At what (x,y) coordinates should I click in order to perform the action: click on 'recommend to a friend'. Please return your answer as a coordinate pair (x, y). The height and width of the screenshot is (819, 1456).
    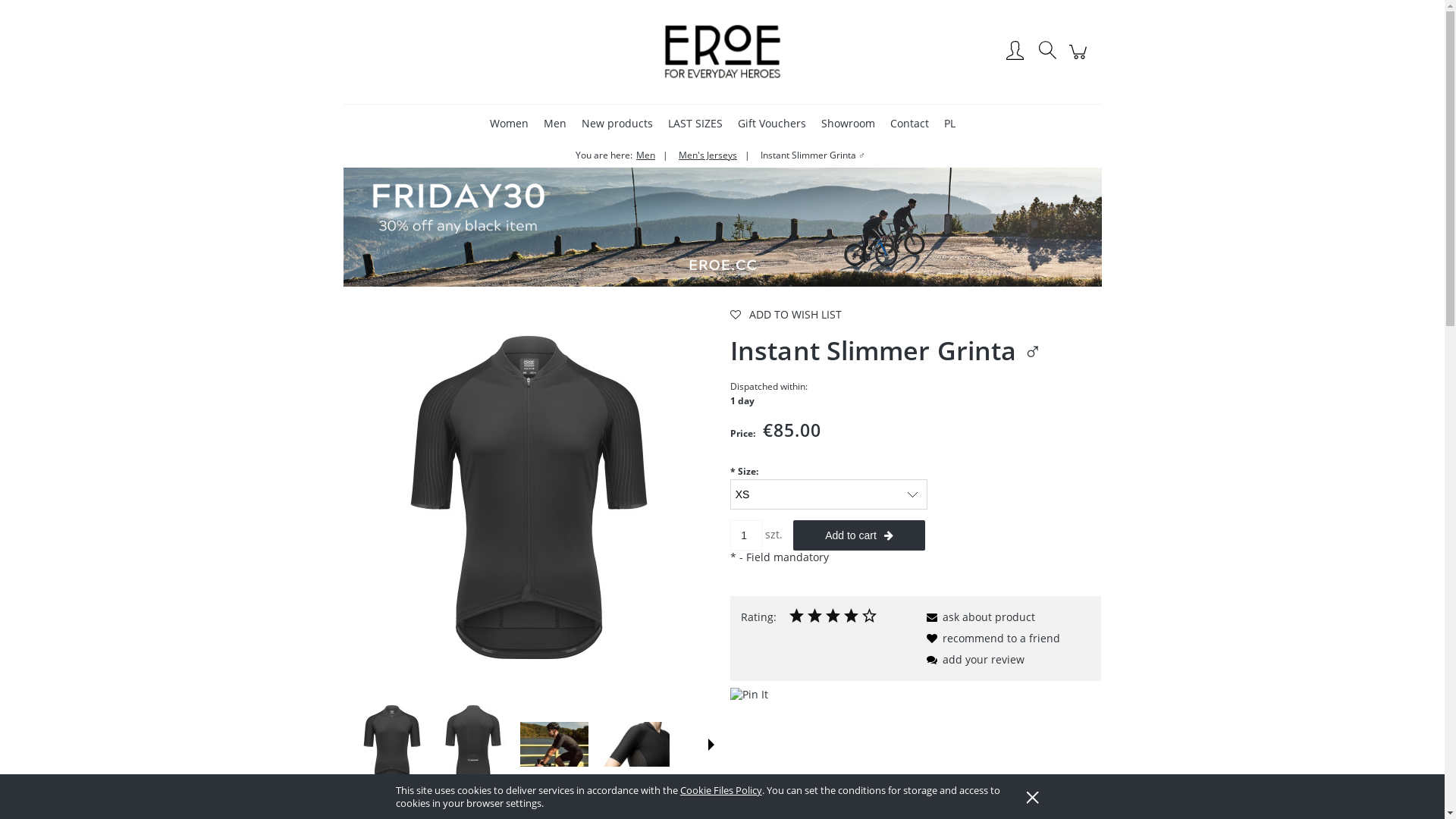
    Looking at the image, I should click on (990, 638).